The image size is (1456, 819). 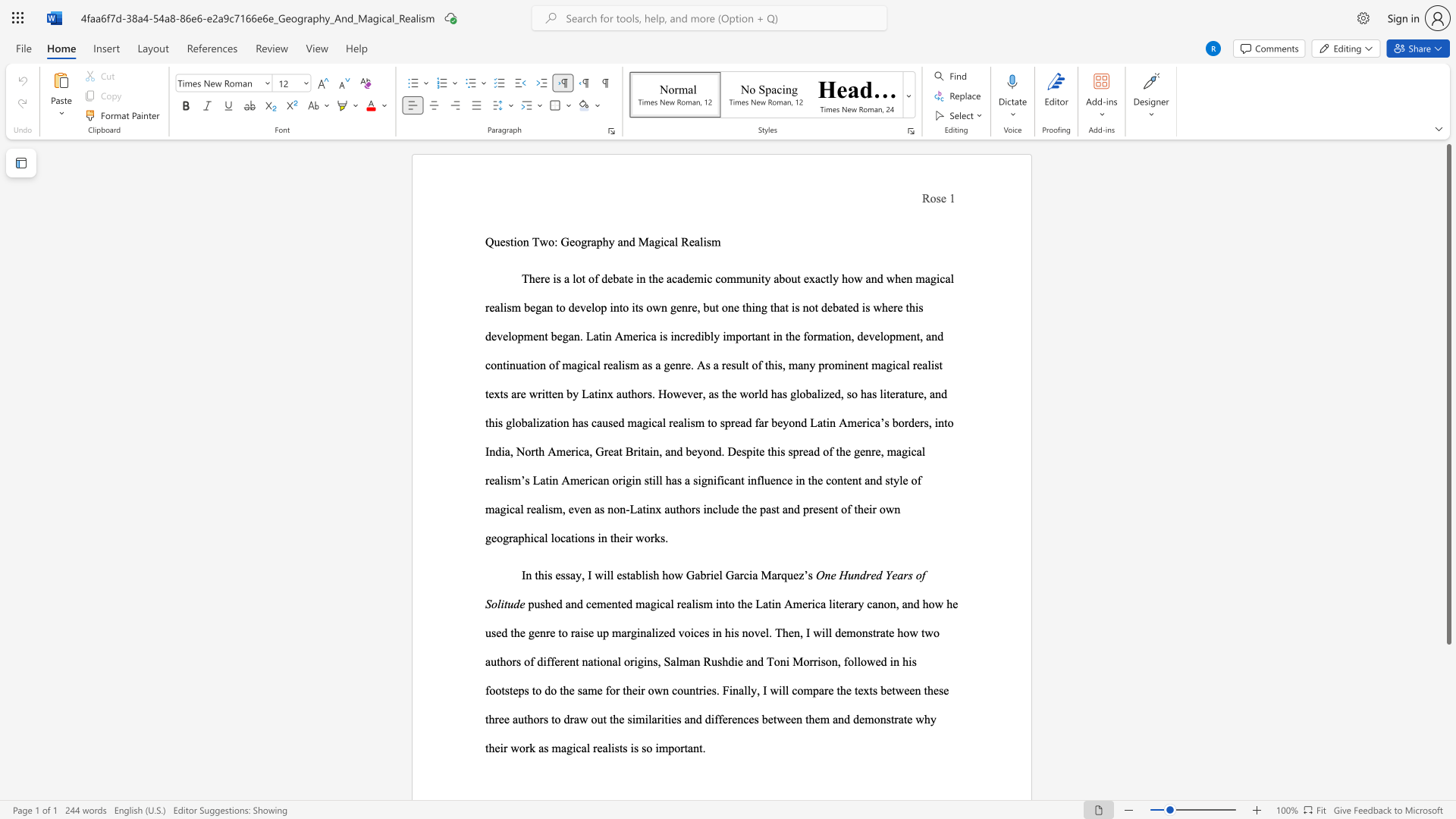 What do you see at coordinates (513, 603) in the screenshot?
I see `the subset text "de" within the text "One Hundred Years of Solitude"` at bounding box center [513, 603].